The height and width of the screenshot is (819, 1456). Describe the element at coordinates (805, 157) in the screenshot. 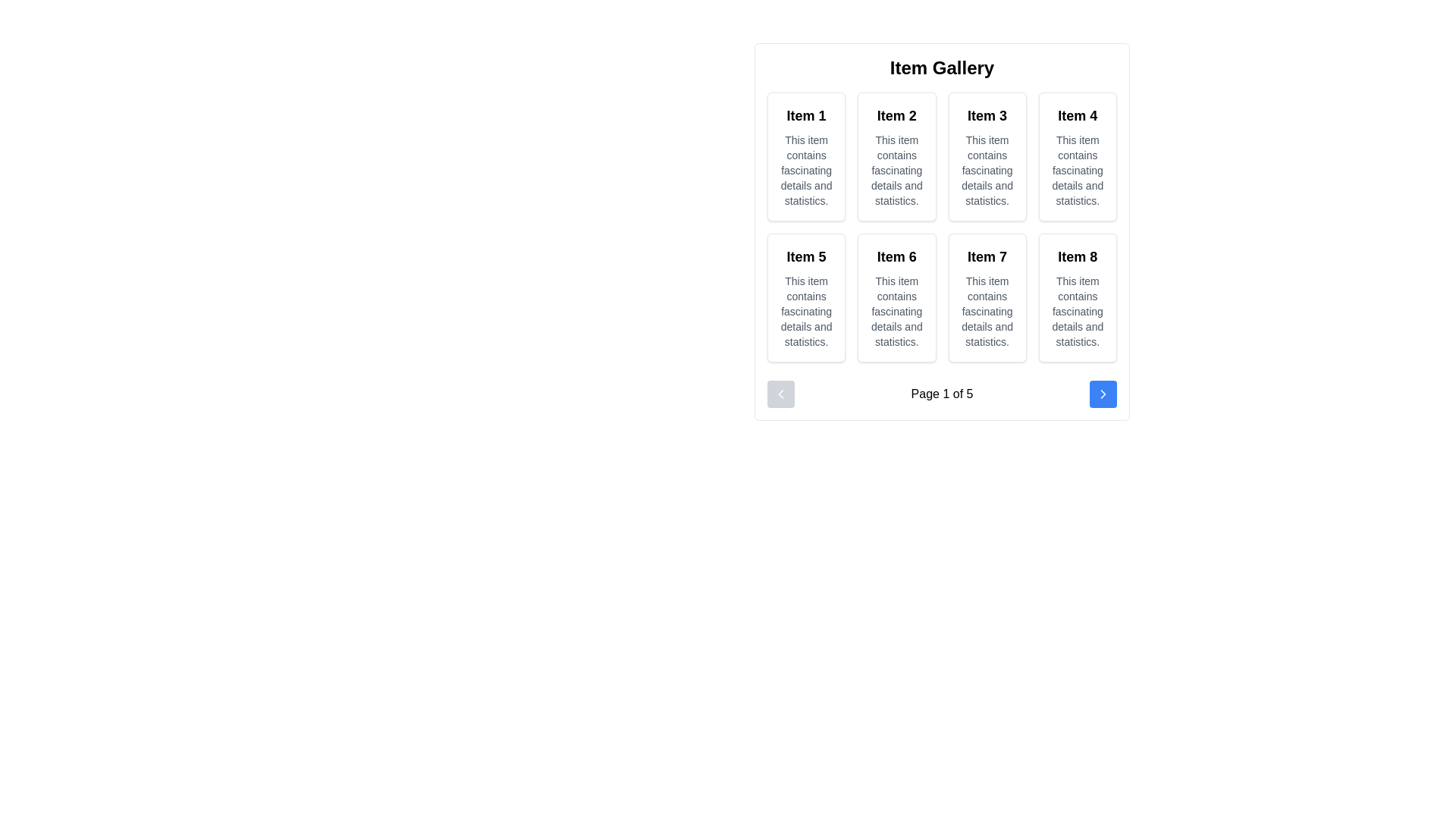

I see `the first card in the grid layout displaying 'Item 1' with a white background and light shadow` at that location.